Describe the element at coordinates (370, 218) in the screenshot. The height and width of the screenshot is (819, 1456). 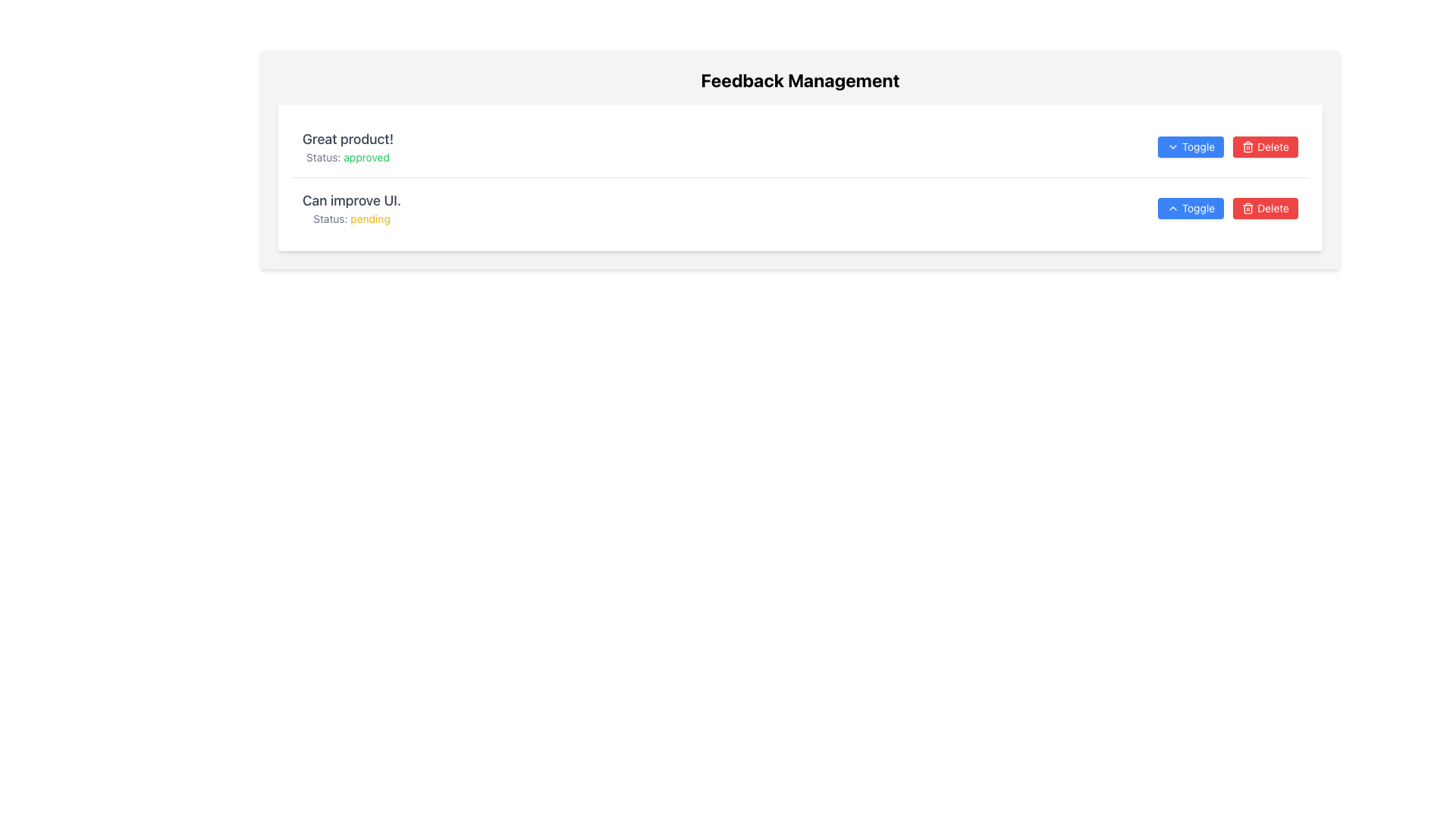
I see `the text label that displays the current status indicating 'pending' below the feedback comment 'Can improve UI.'` at that location.